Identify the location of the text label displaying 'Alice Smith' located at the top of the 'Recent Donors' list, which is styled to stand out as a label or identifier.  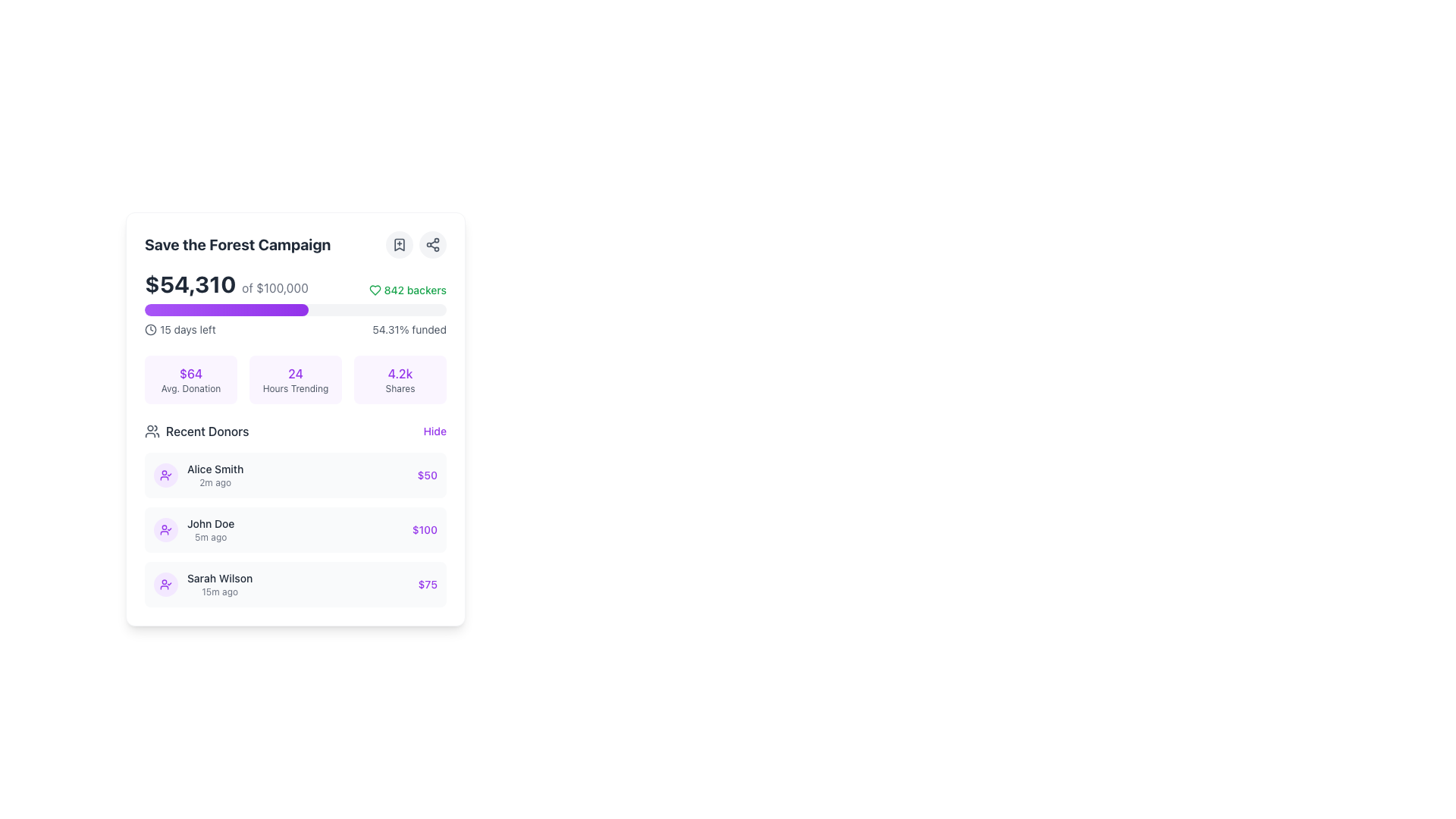
(215, 468).